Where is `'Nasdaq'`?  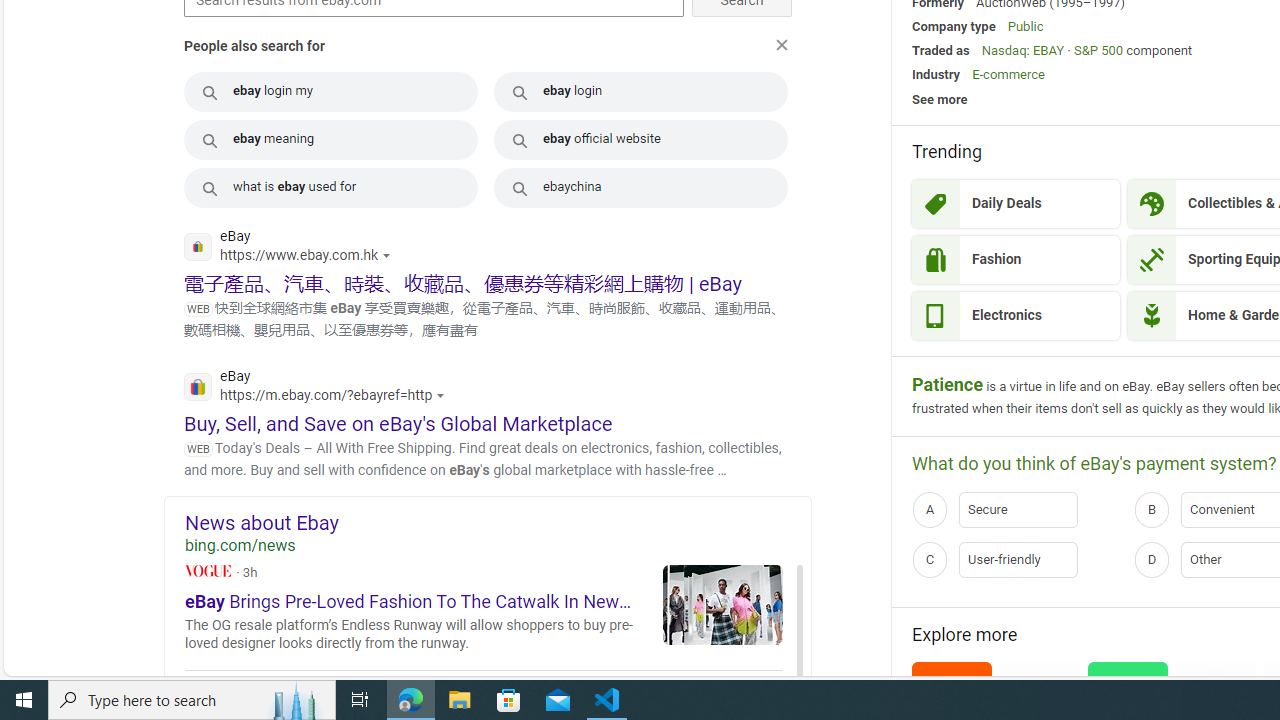 'Nasdaq' is located at coordinates (1003, 49).